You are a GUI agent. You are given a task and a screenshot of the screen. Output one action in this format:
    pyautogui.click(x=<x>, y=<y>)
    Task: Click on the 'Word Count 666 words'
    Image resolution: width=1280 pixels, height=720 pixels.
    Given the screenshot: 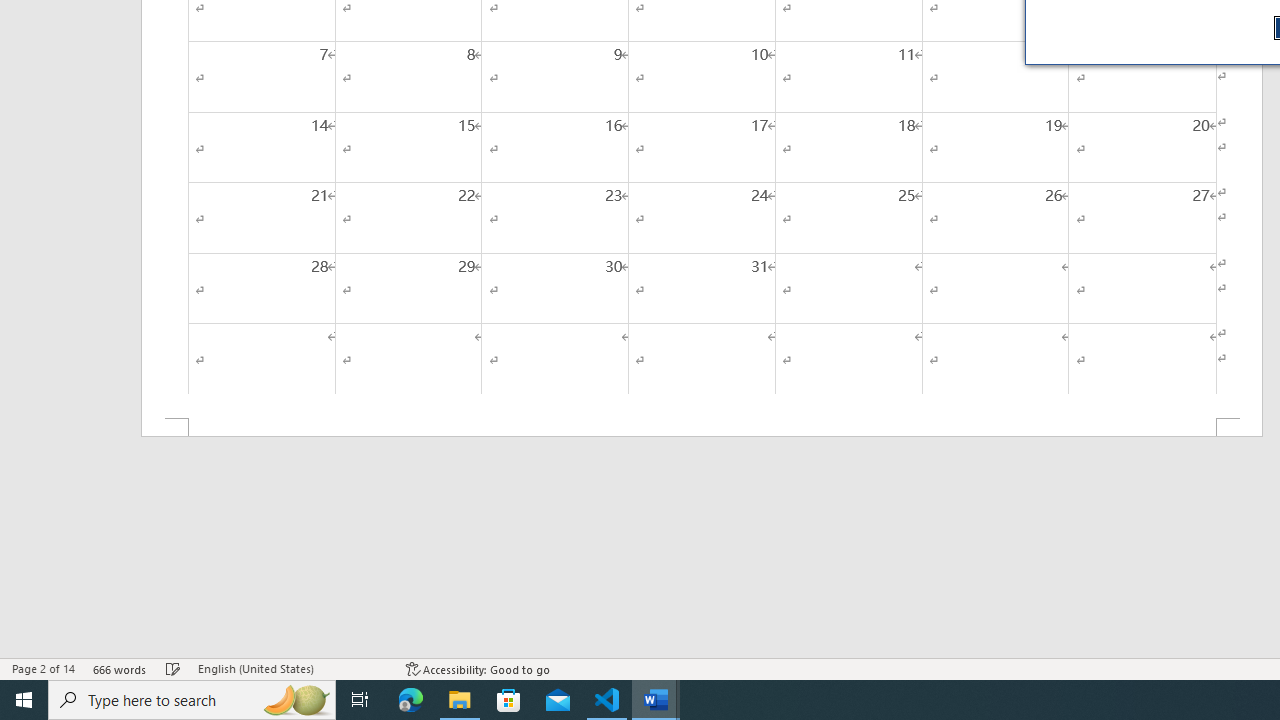 What is the action you would take?
    pyautogui.click(x=119, y=669)
    